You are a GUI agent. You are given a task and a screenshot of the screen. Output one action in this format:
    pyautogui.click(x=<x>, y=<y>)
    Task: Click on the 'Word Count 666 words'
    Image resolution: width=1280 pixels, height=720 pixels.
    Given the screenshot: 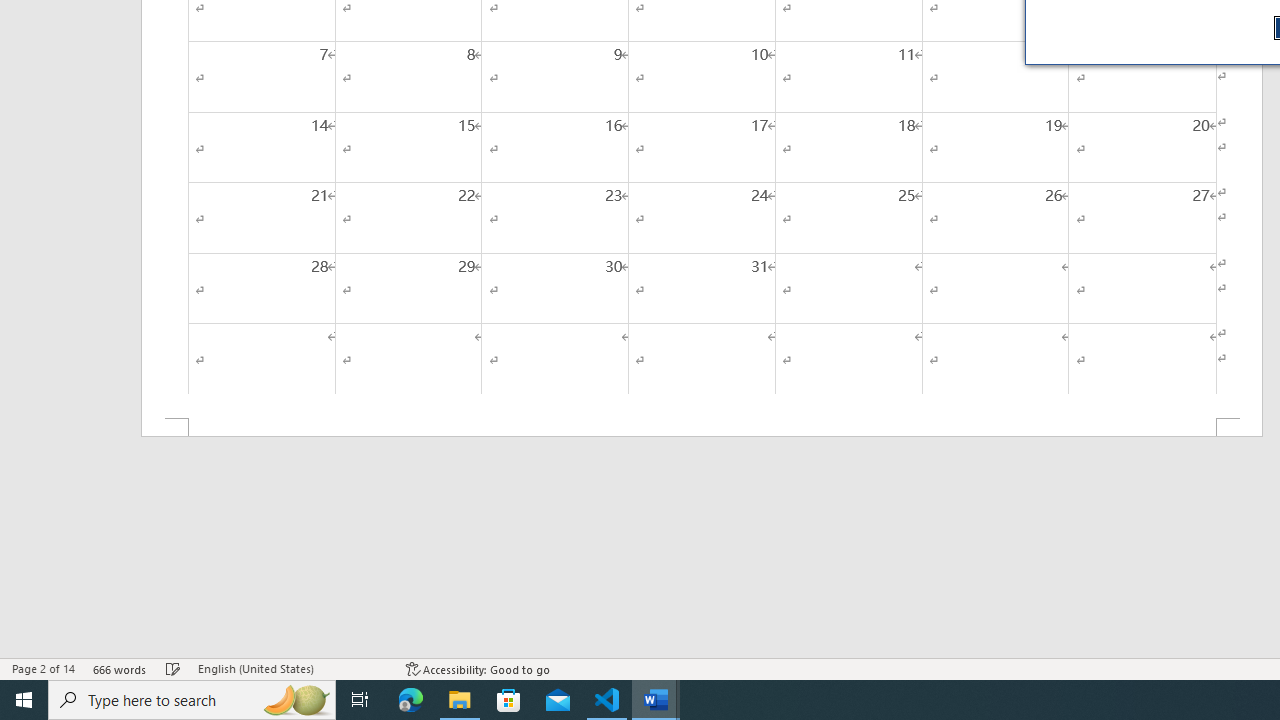 What is the action you would take?
    pyautogui.click(x=119, y=669)
    